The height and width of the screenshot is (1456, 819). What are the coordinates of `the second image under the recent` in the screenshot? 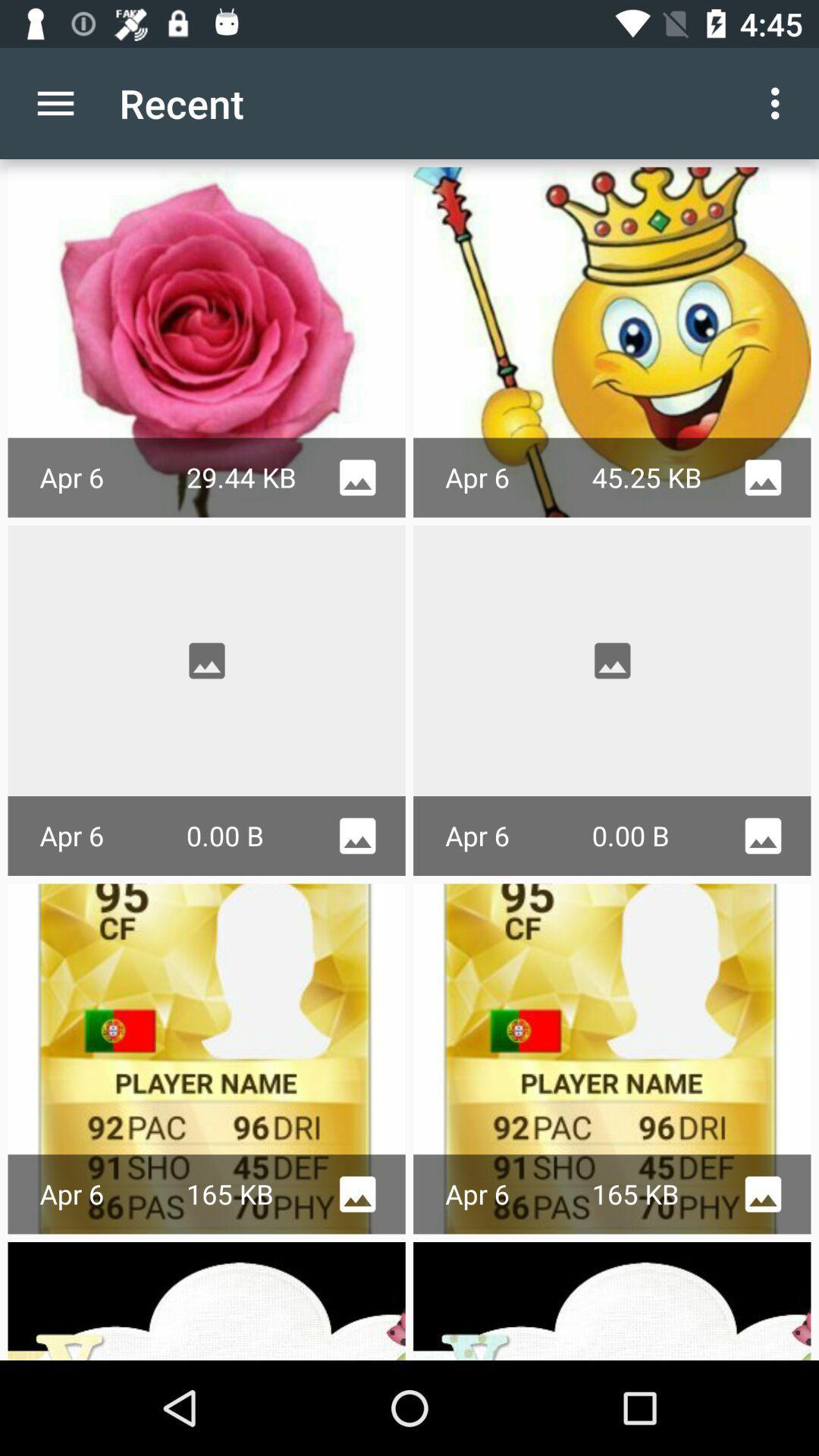 It's located at (611, 341).